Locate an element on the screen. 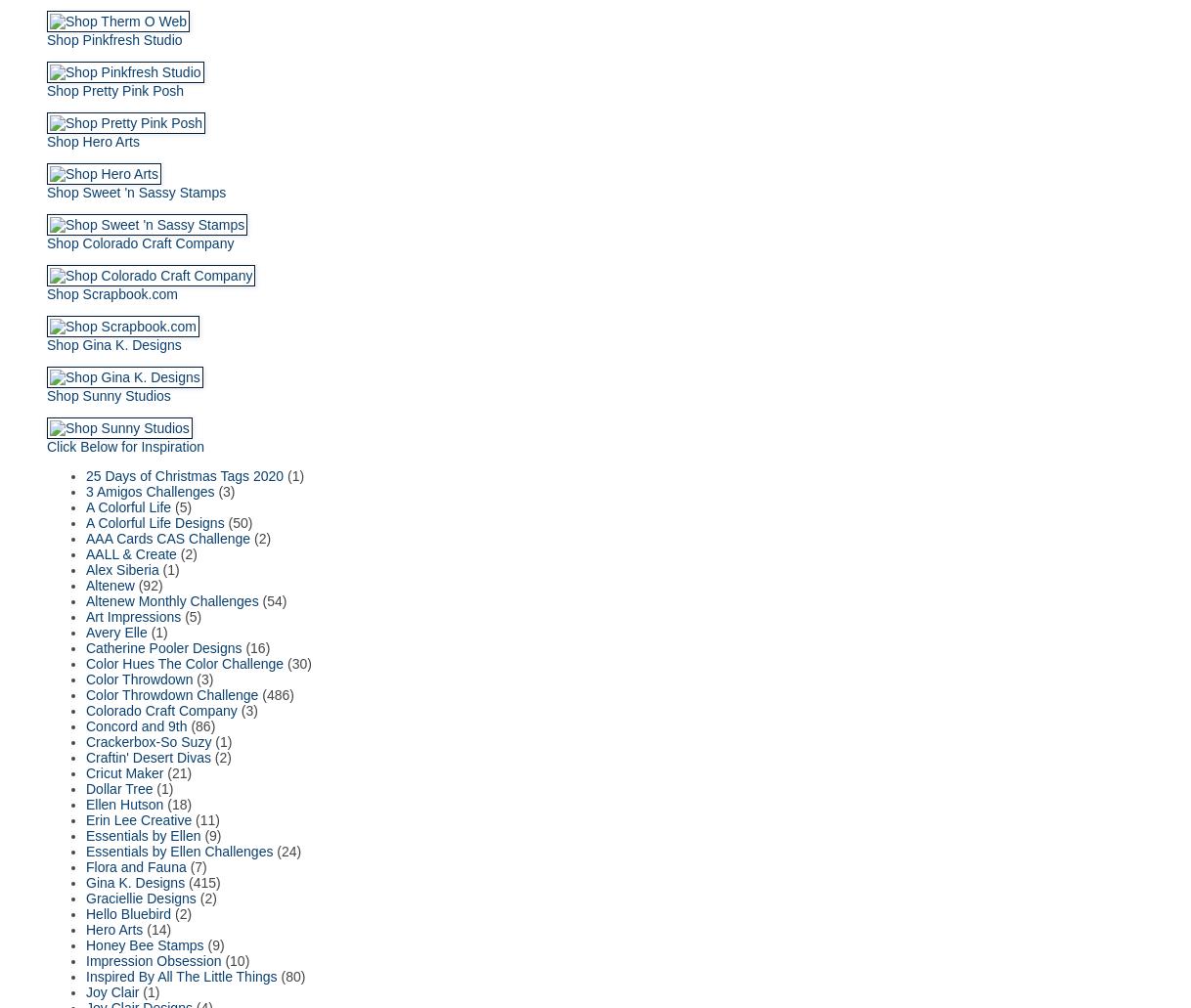 Image resolution: width=1191 pixels, height=1008 pixels. 'Shop Scrapbook.com' is located at coordinates (111, 293).